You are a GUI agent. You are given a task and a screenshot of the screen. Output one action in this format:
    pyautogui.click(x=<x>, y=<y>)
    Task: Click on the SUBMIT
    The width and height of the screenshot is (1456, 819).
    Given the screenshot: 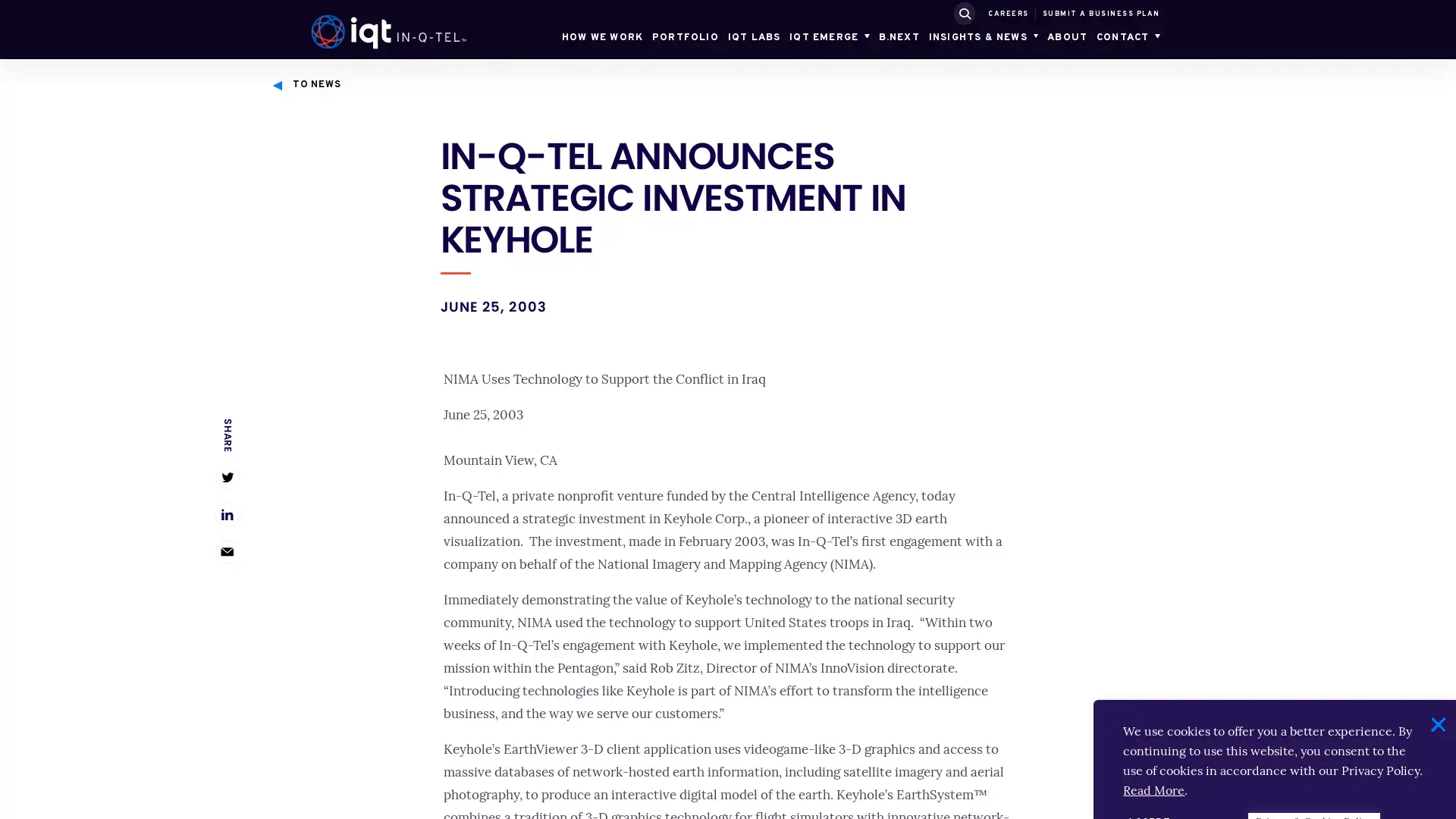 What is the action you would take?
    pyautogui.click(x=963, y=13)
    